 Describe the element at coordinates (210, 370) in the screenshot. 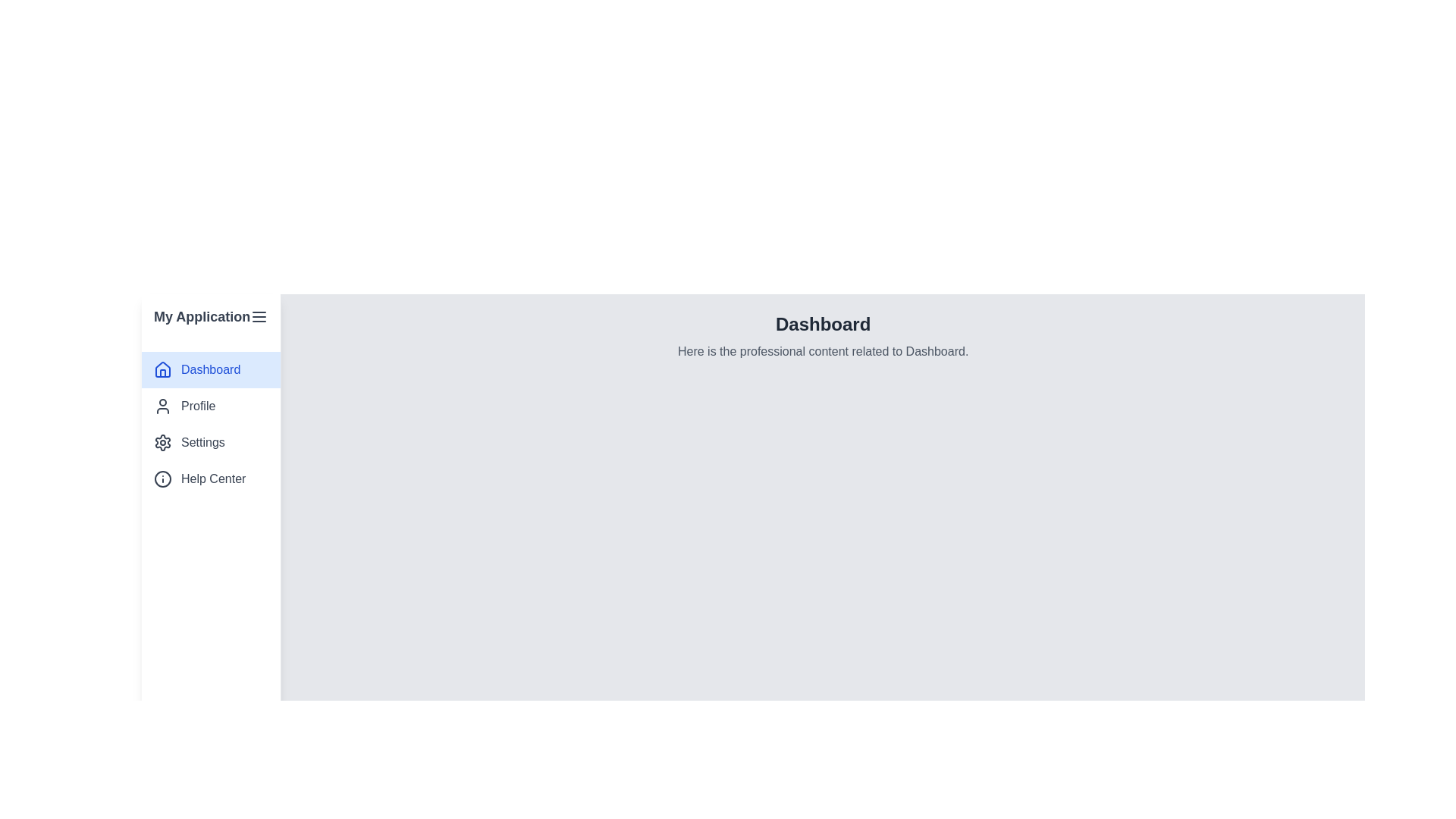

I see `the 'Dashboard' label in the sidebar navigation menu` at that location.